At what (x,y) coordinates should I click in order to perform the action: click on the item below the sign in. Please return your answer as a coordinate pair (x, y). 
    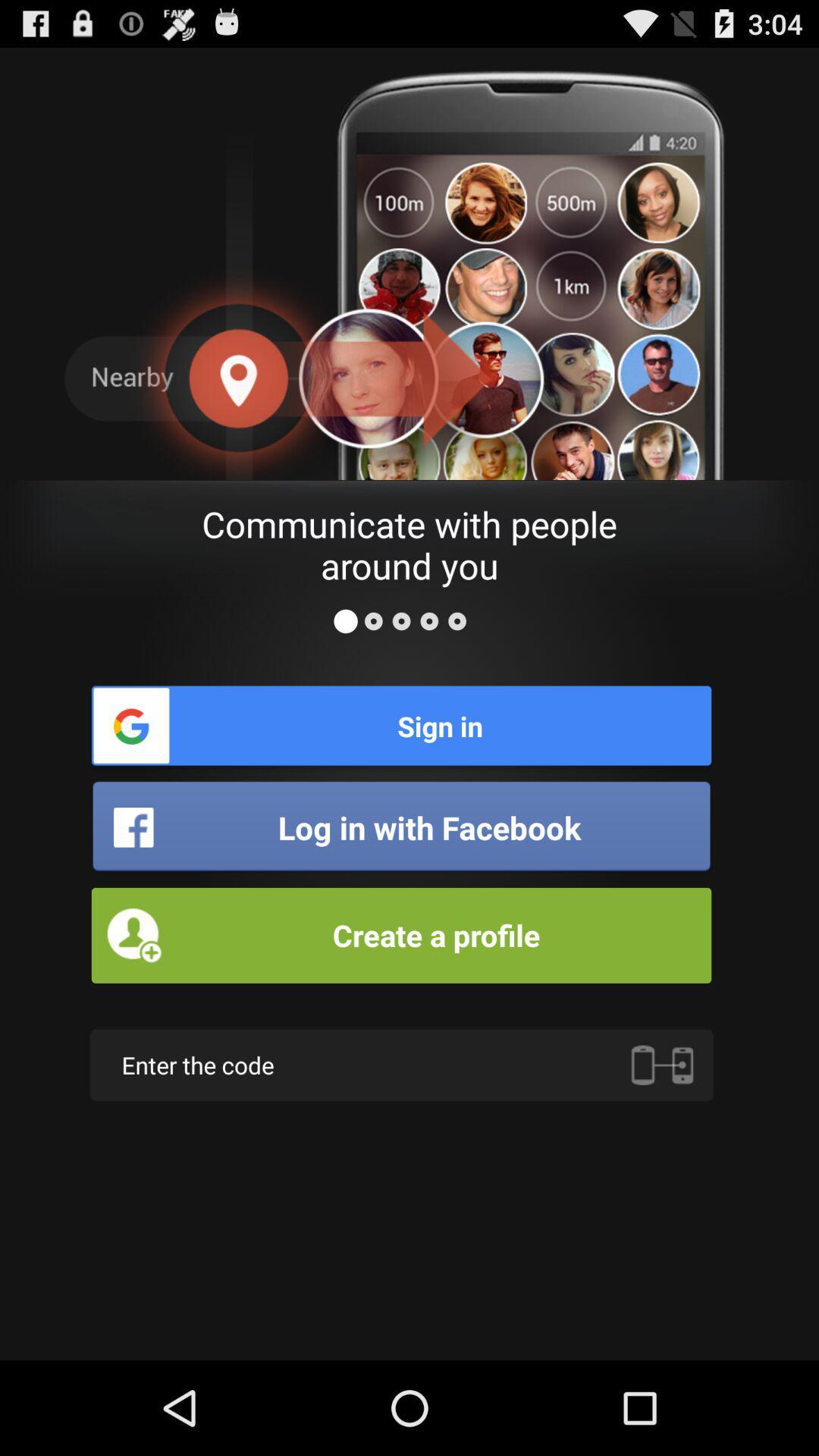
    Looking at the image, I should click on (400, 827).